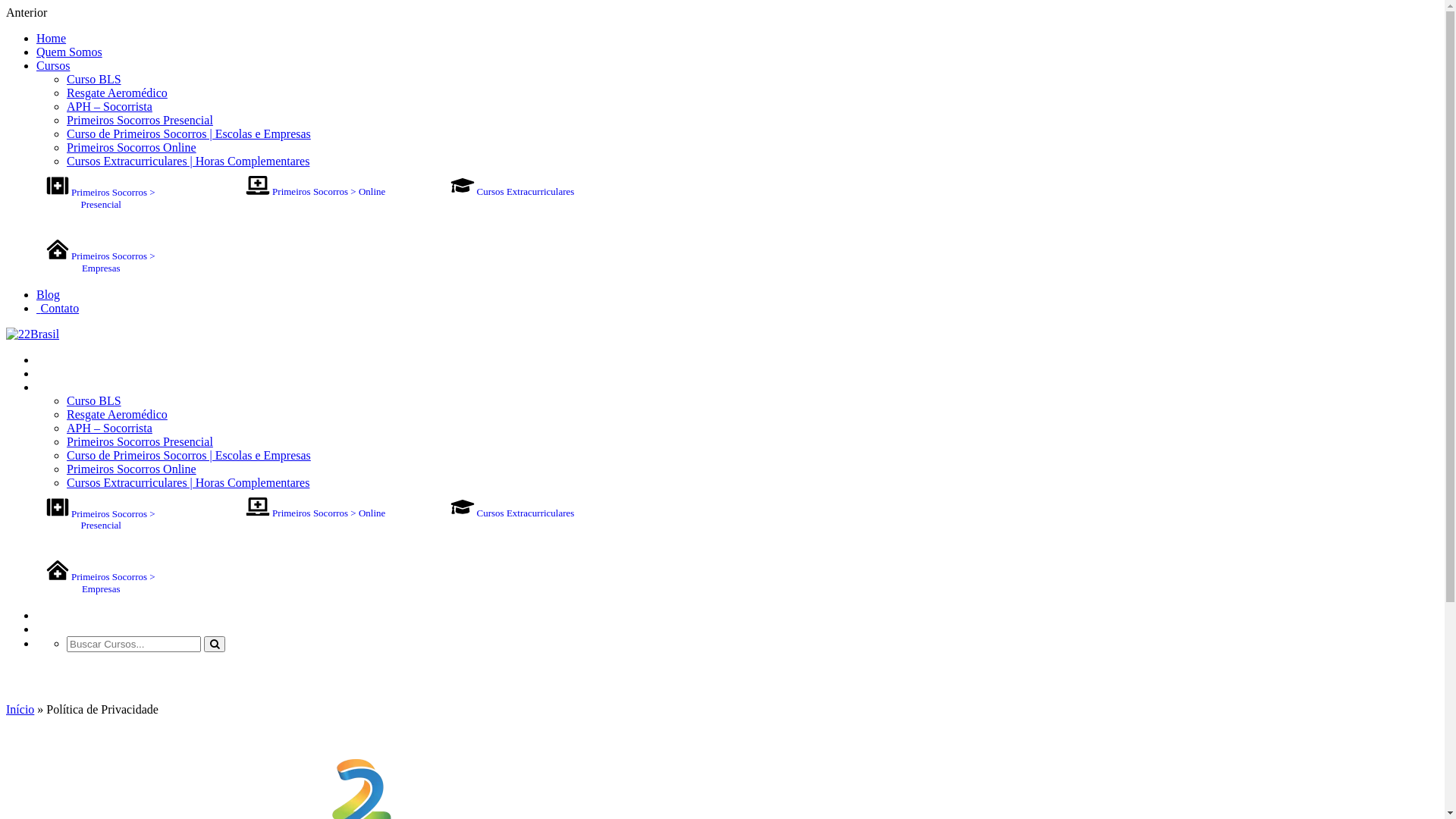 This screenshot has width=1456, height=819. I want to click on 'Curso BLS', so click(93, 79).